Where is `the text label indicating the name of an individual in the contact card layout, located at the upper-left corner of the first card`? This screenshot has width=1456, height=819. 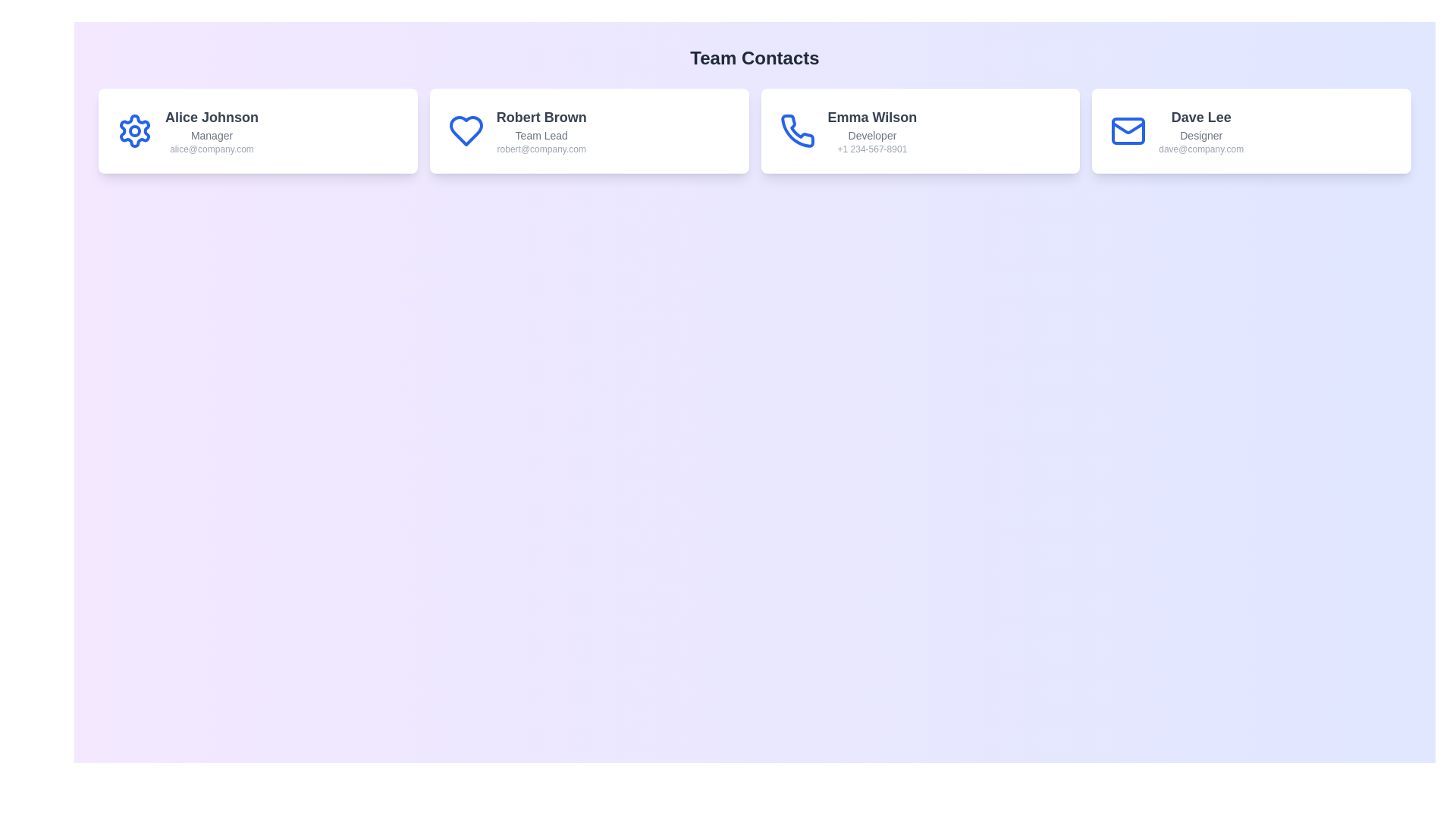
the text label indicating the name of an individual in the contact card layout, located at the upper-left corner of the first card is located at coordinates (211, 116).